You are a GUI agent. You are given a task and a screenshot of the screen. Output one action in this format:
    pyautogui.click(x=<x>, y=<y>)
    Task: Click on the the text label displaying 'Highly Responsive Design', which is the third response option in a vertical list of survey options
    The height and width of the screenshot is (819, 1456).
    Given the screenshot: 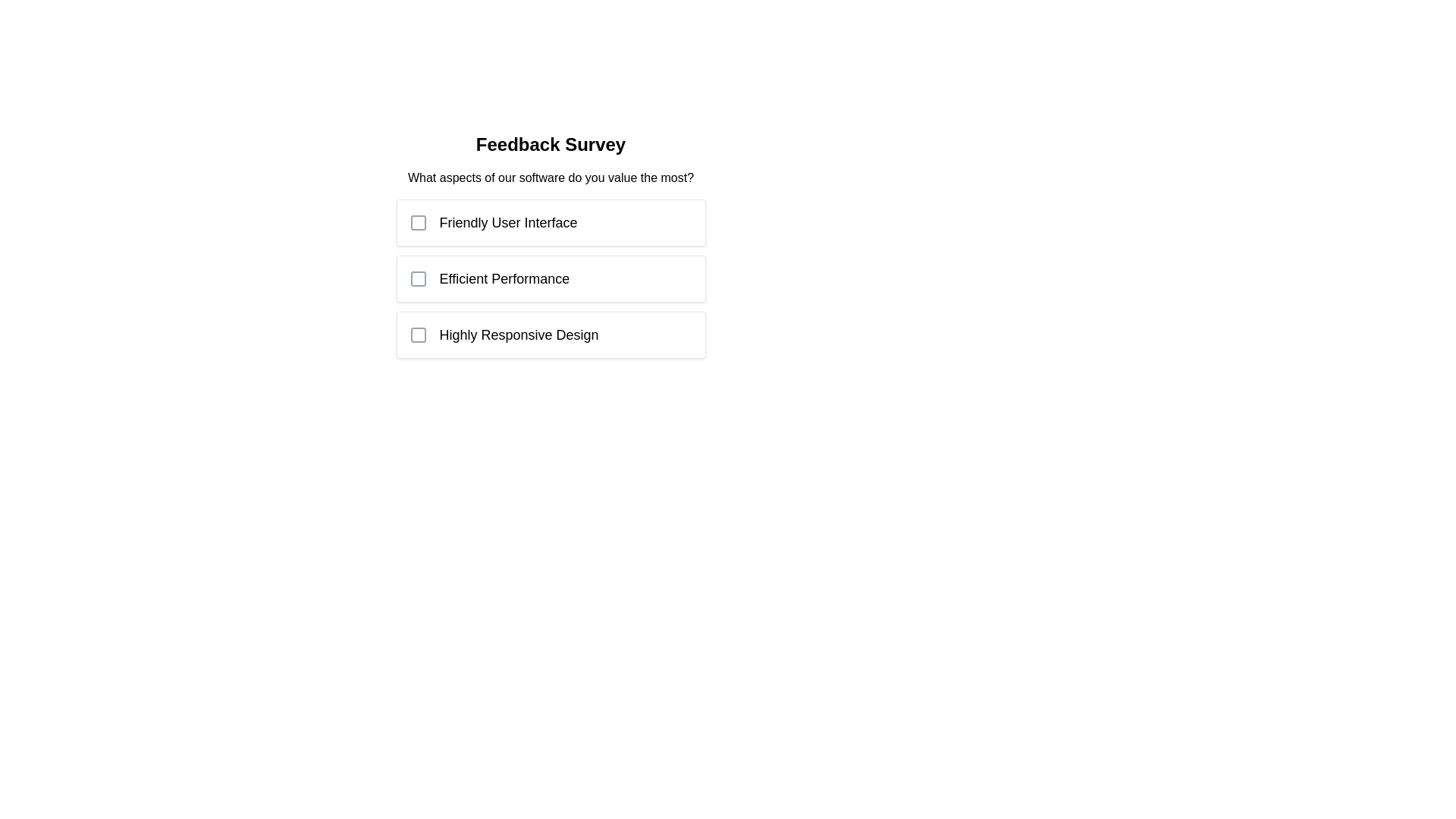 What is the action you would take?
    pyautogui.click(x=519, y=334)
    